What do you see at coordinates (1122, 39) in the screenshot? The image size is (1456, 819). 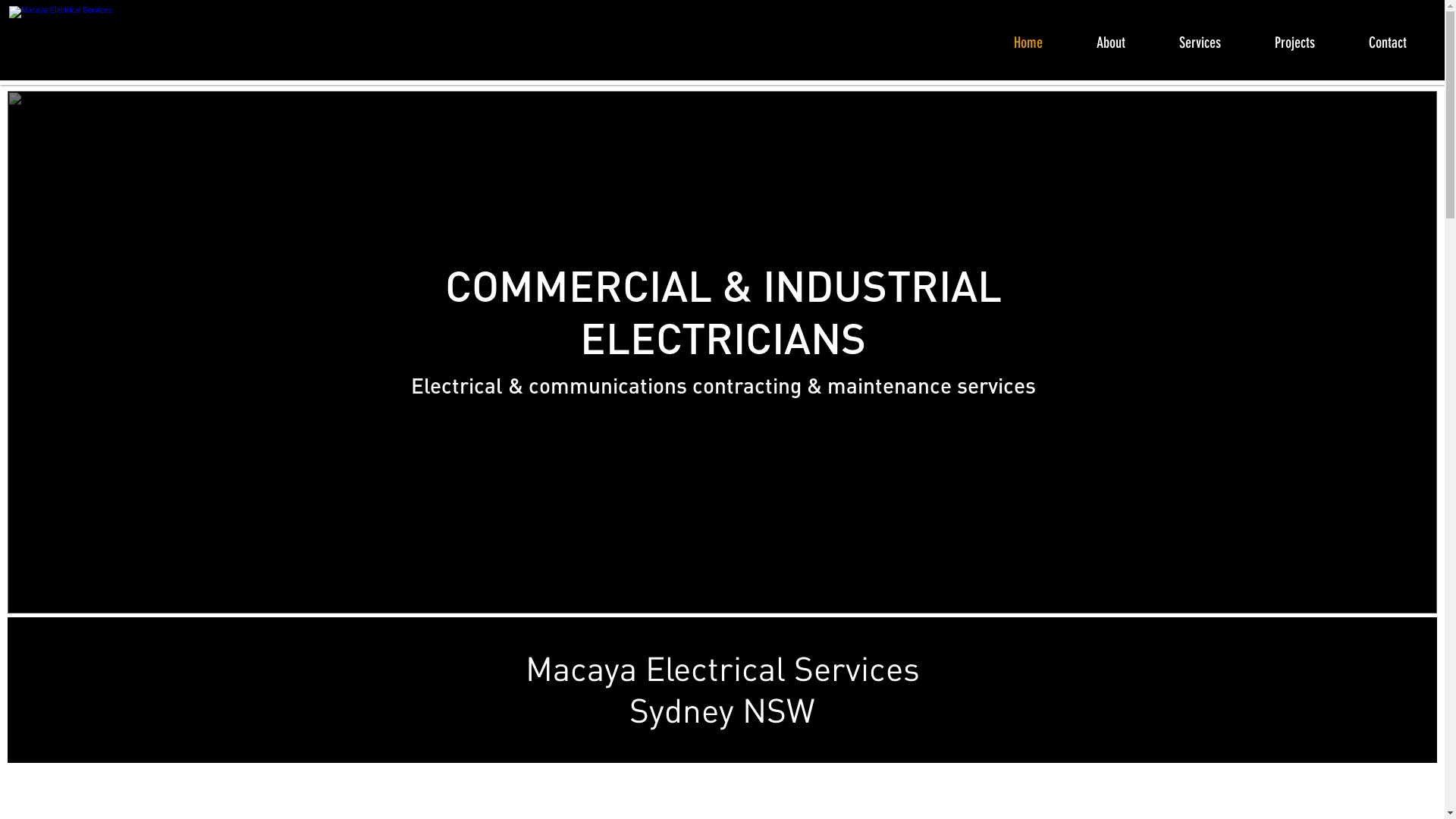 I see `'About'` at bounding box center [1122, 39].